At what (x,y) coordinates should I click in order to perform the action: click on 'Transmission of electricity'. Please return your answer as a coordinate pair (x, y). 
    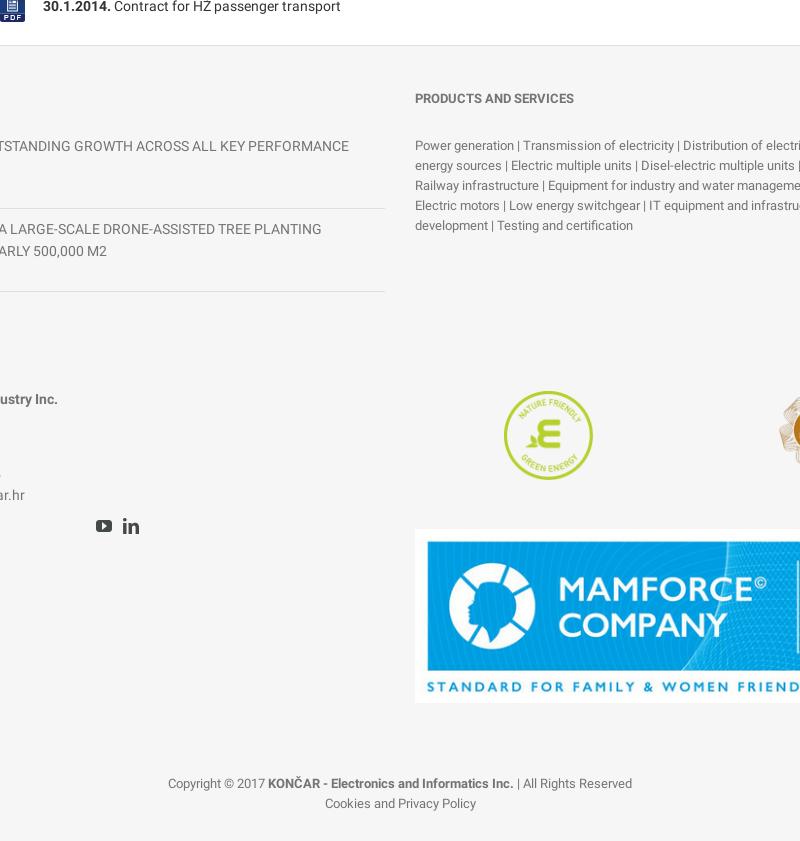
    Looking at the image, I should click on (600, 144).